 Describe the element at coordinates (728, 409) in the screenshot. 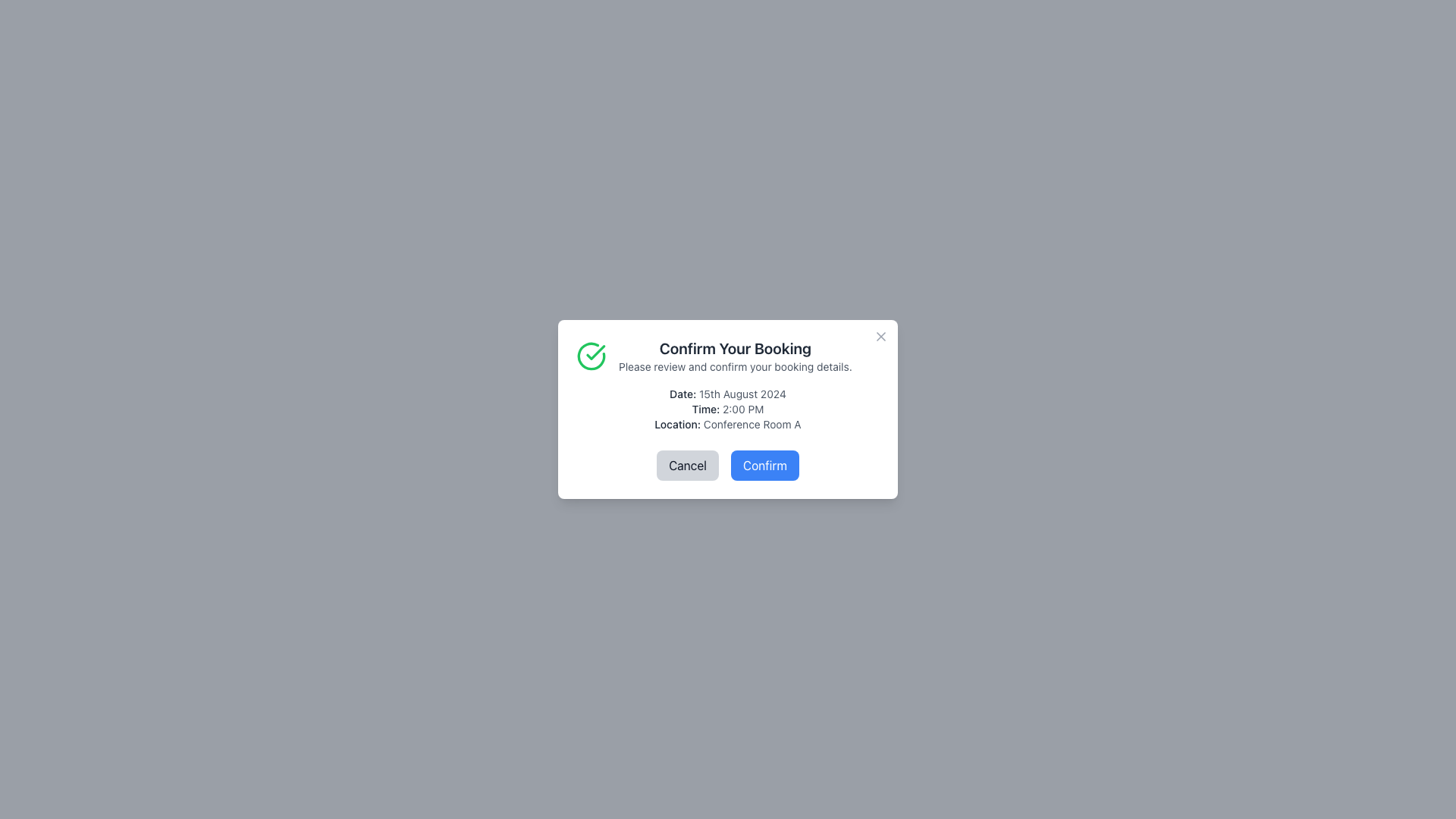

I see `the text display element that presents static information about the date, time, and location, located below the header 'Confirm Your Booking' and above the 'Cancel' and 'Confirm' buttons in the modal dialog` at that location.